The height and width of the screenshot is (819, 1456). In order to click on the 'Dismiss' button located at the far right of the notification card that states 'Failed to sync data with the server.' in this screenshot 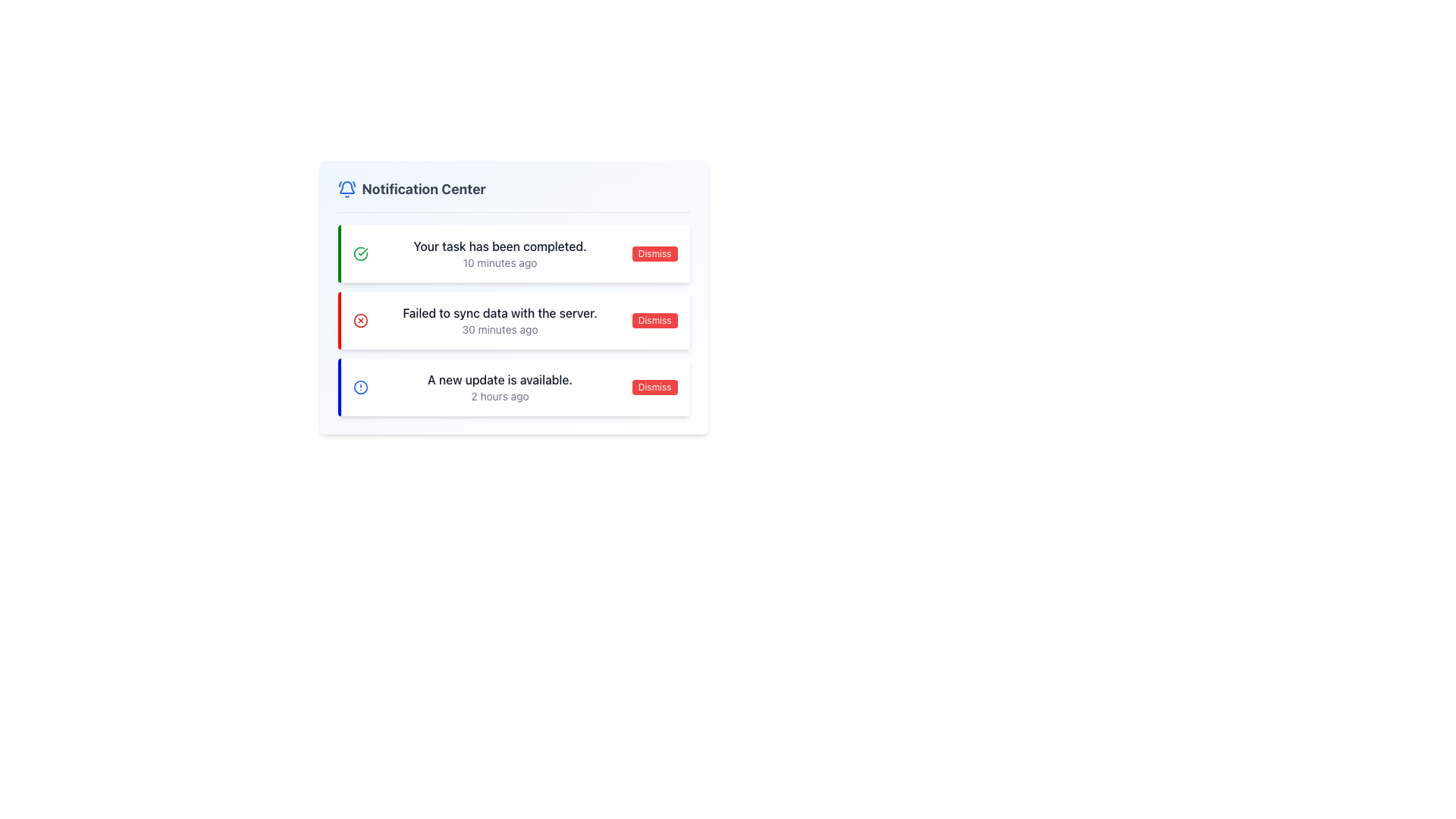, I will do `click(654, 320)`.